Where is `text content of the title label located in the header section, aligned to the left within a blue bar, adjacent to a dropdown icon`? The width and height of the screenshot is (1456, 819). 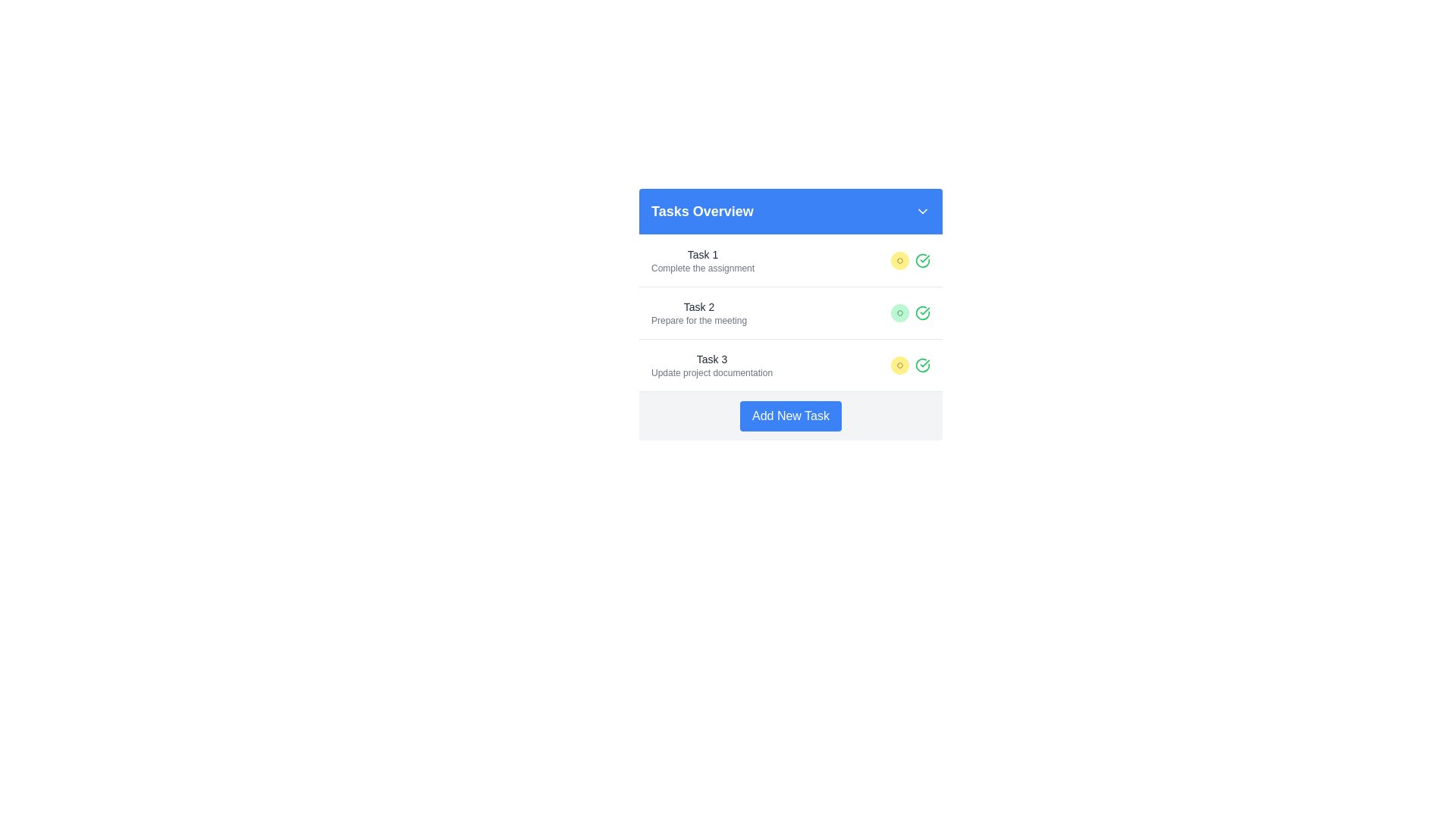
text content of the title label located in the header section, aligned to the left within a blue bar, adjacent to a dropdown icon is located at coordinates (701, 211).